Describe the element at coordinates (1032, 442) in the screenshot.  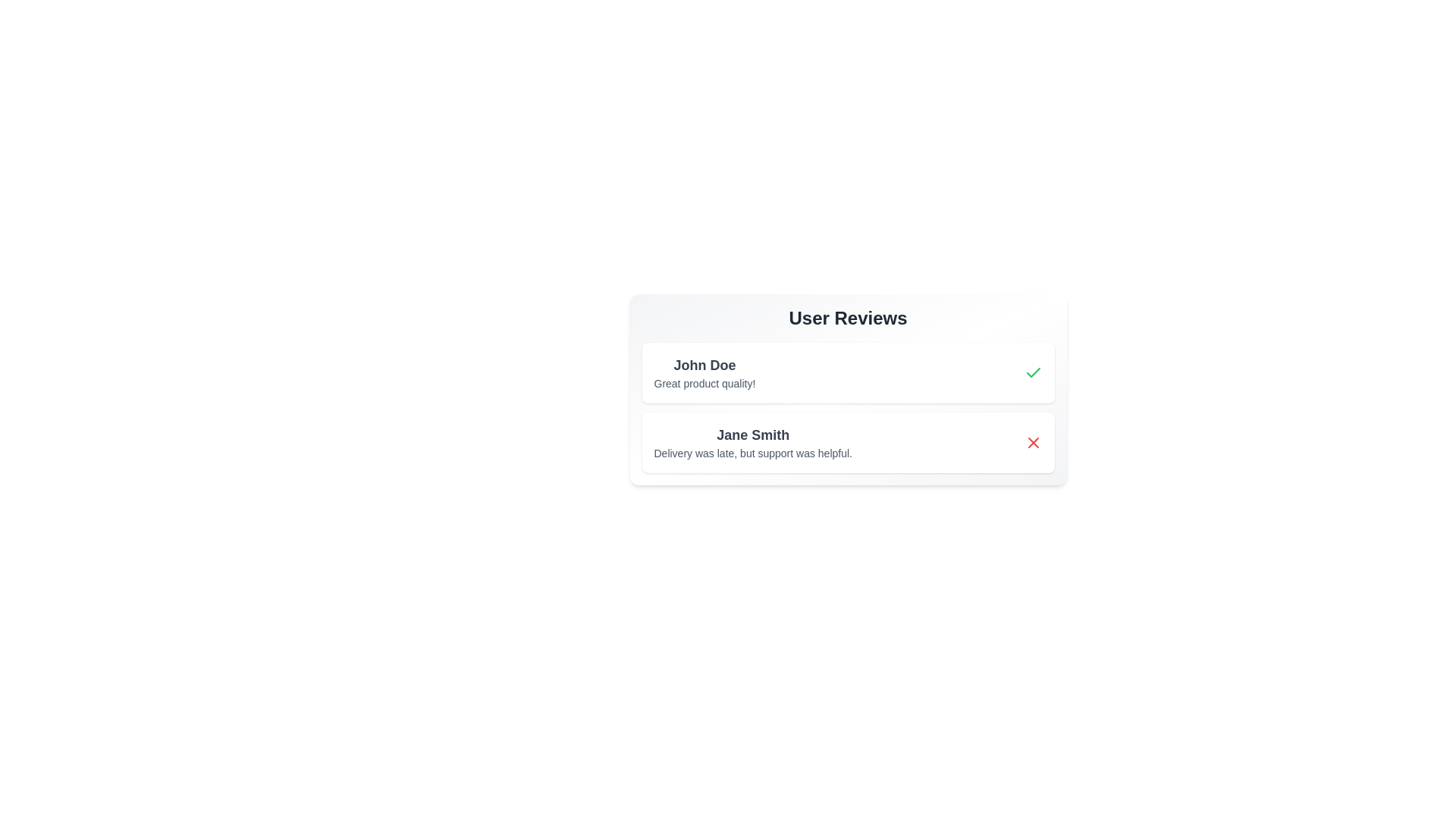
I see `the cross mark icon located at the right end of Jane Smith's review card` at that location.